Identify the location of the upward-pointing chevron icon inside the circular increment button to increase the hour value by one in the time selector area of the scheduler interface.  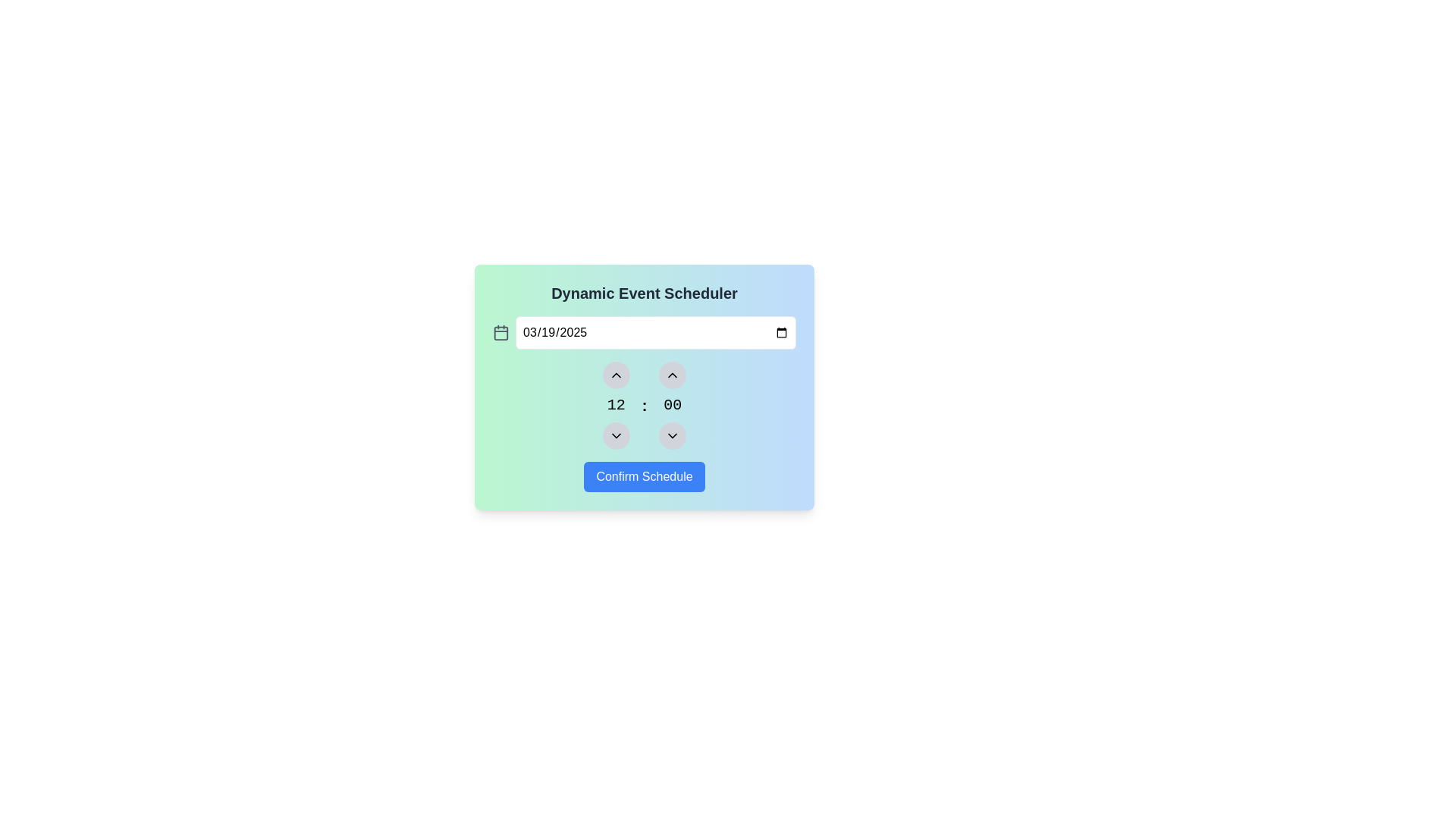
(672, 375).